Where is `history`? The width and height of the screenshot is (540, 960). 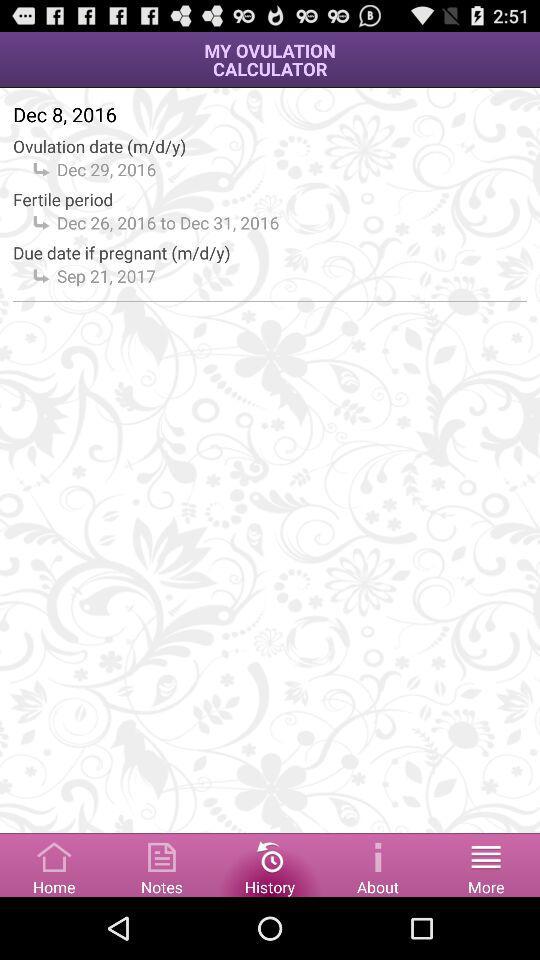
history is located at coordinates (270, 863).